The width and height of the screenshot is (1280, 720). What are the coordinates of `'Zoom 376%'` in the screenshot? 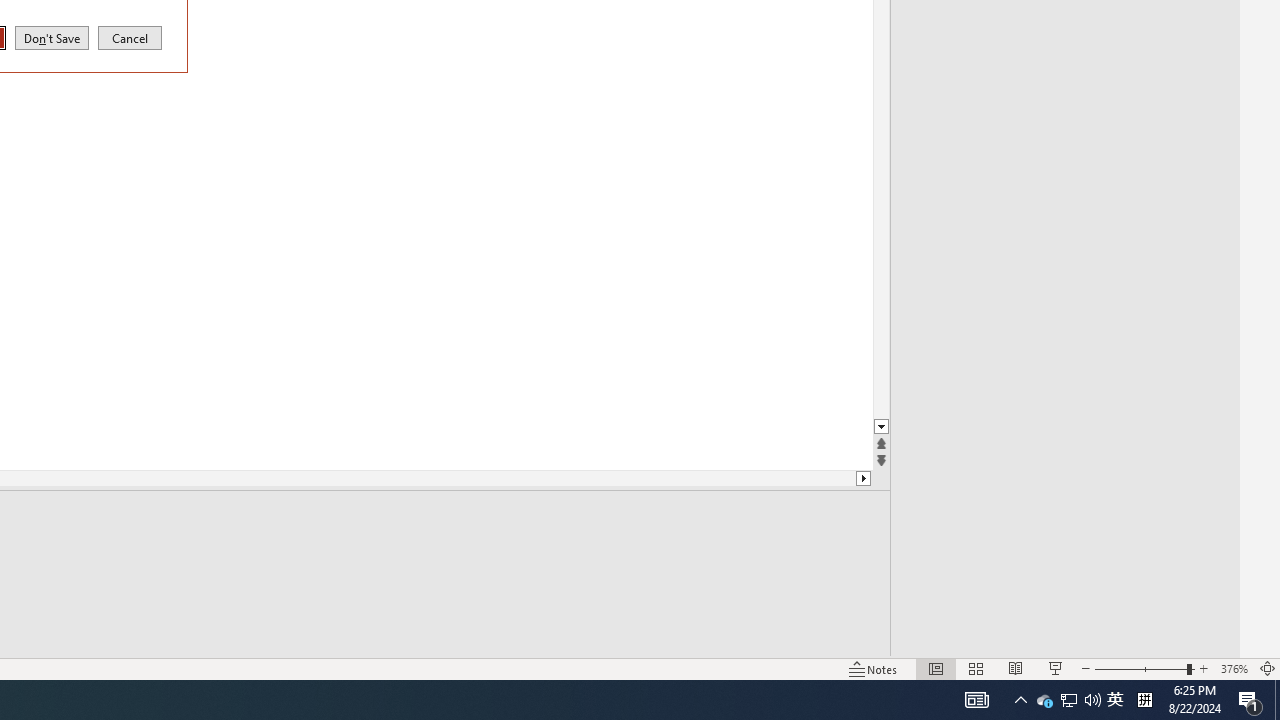 It's located at (1233, 669).